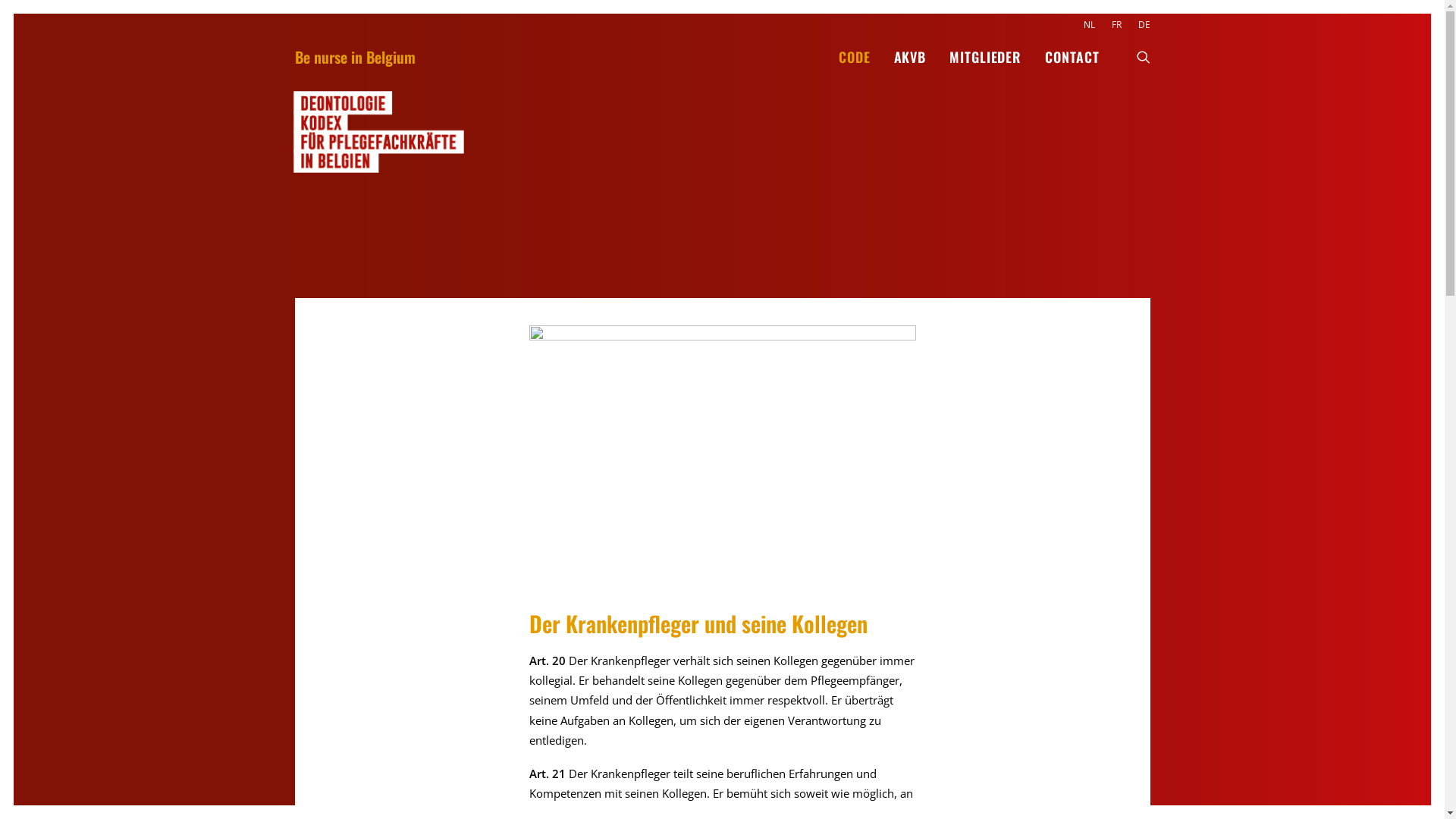 The width and height of the screenshot is (1456, 819). I want to click on 'NL', so click(1092, 24).